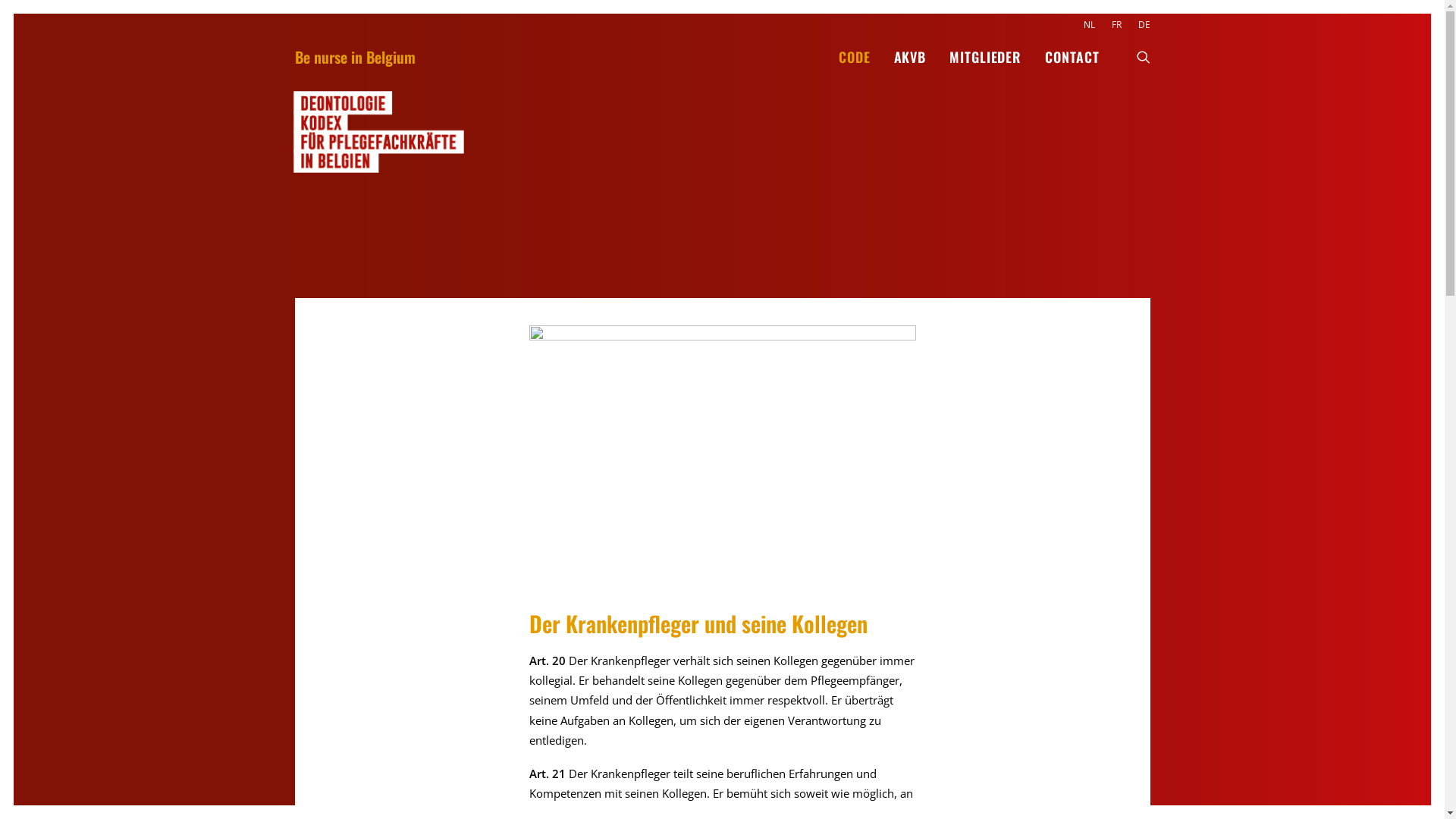 The width and height of the screenshot is (1456, 819). I want to click on 'NL', so click(1092, 24).